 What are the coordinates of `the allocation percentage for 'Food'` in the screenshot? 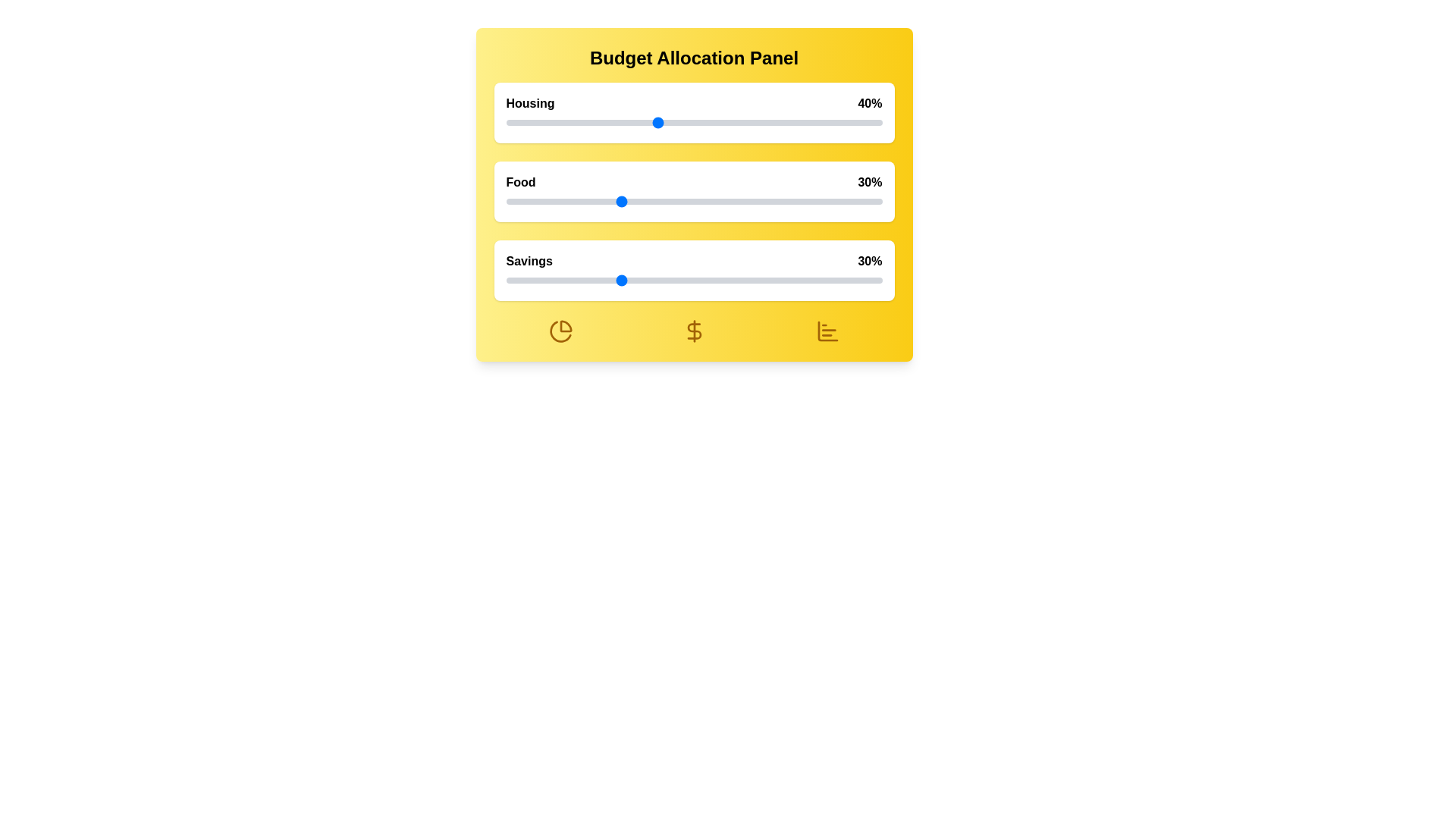 It's located at (642, 201).